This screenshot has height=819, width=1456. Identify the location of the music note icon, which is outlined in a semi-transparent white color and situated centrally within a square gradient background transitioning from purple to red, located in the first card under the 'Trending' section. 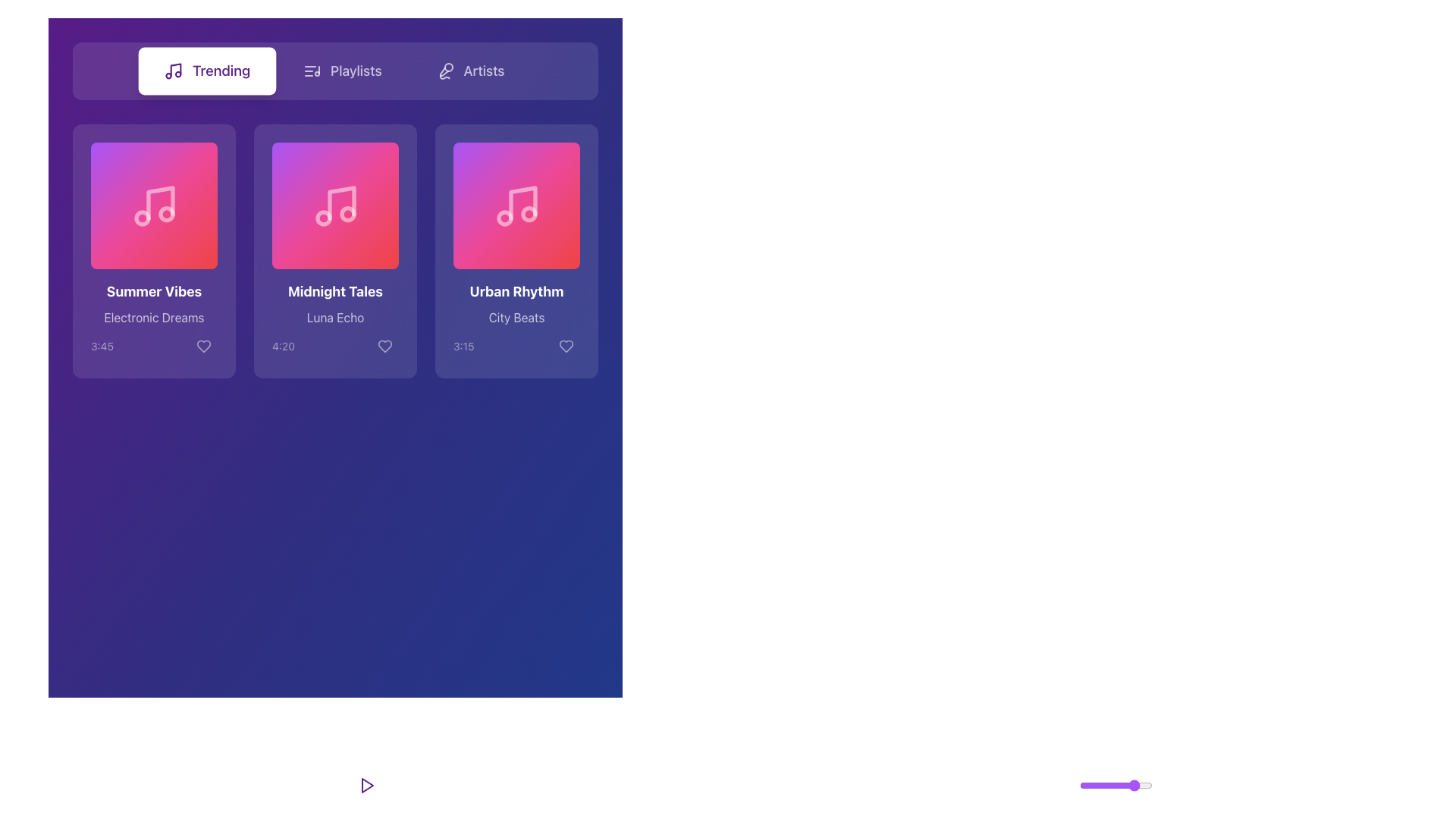
(154, 206).